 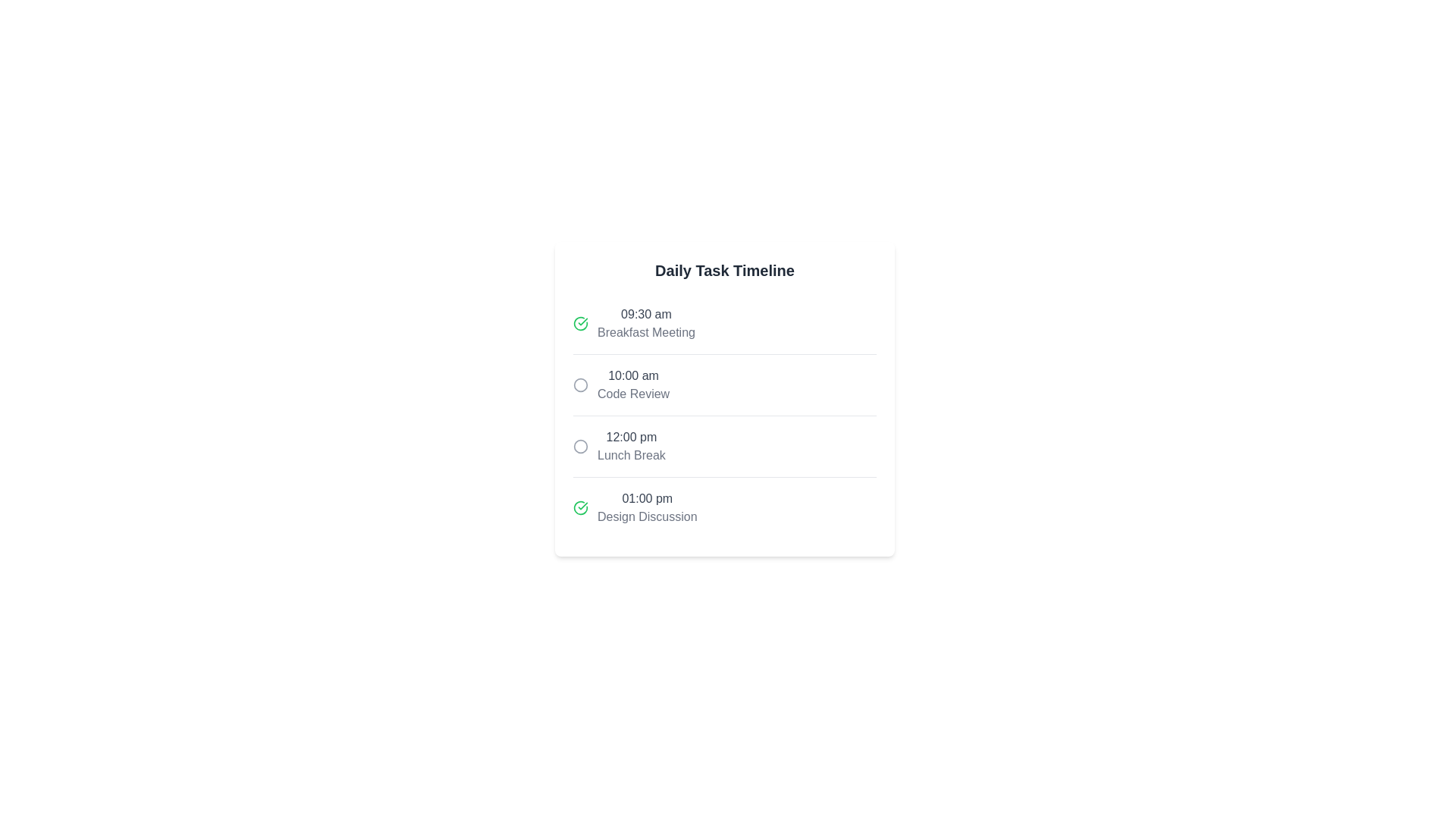 I want to click on the 'Lunch Break' text label, which is a smaller gray font element indicating a scheduled event at 12:00 pm in the task timeline interface, so click(x=631, y=455).